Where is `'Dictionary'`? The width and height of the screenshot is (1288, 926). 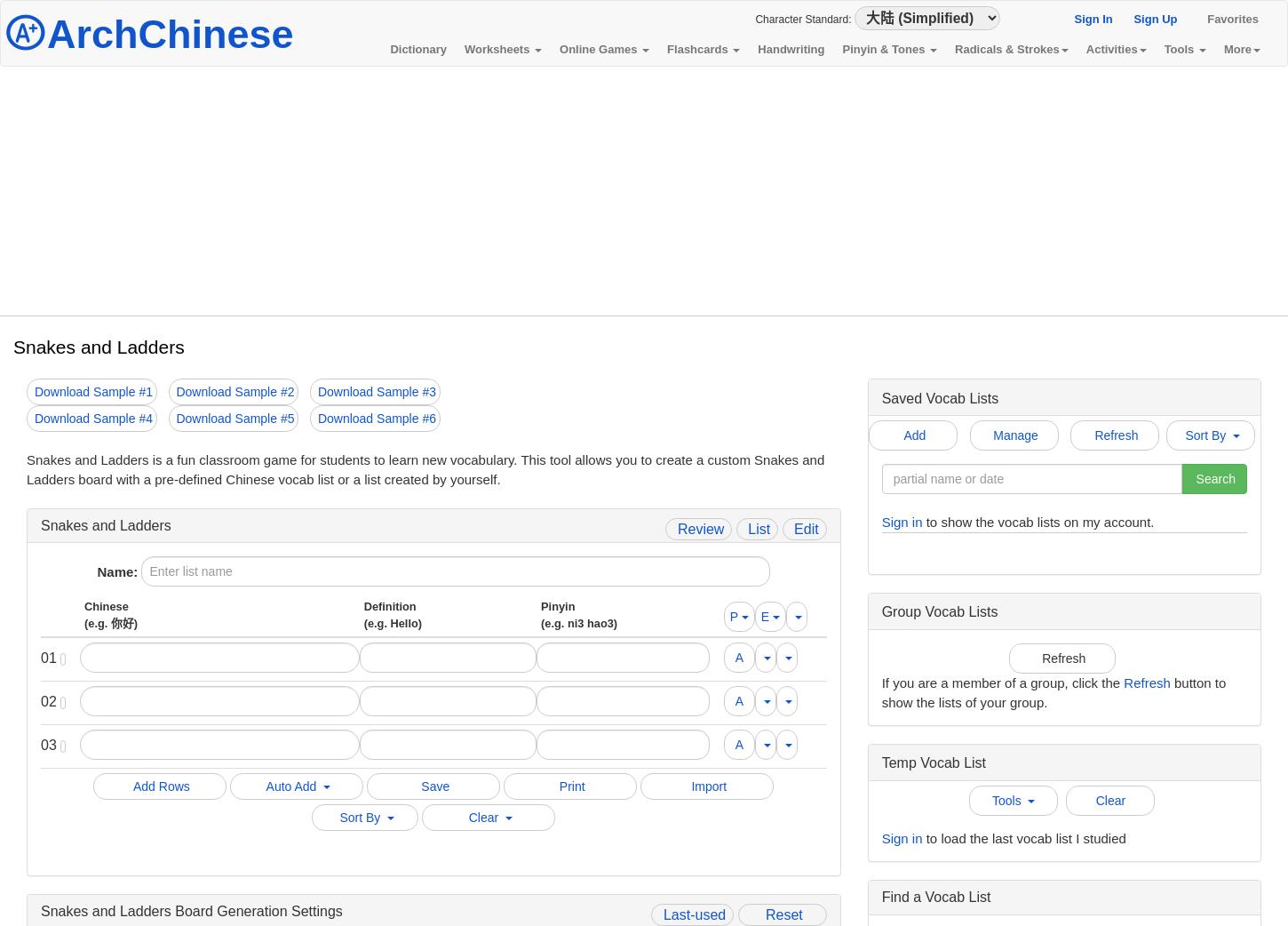
'Dictionary' is located at coordinates (417, 48).